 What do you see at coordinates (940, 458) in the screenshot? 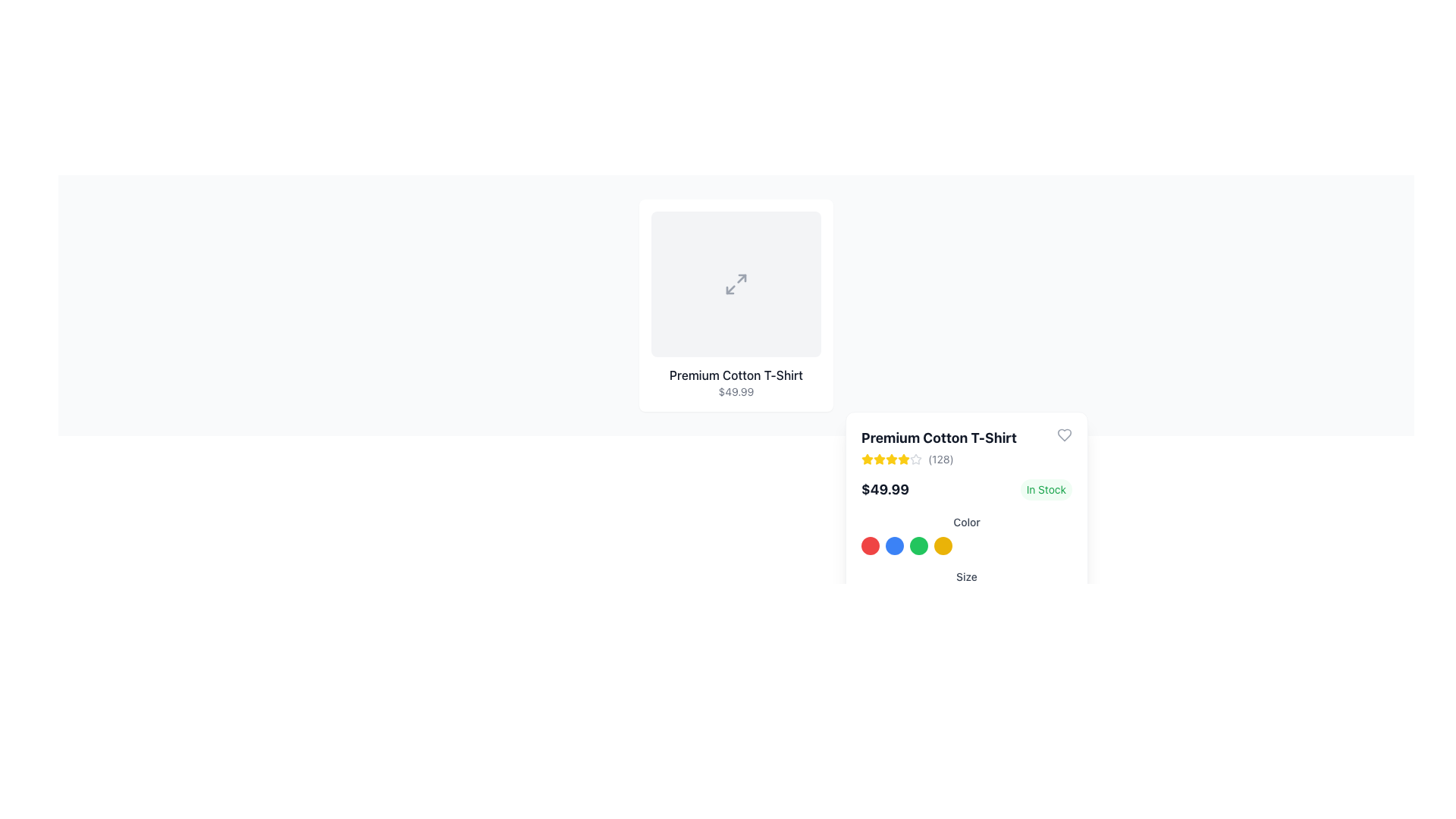
I see `numeric value displayed in the text label '(128)' which is positioned to the right of the gold star rating symbols` at bounding box center [940, 458].